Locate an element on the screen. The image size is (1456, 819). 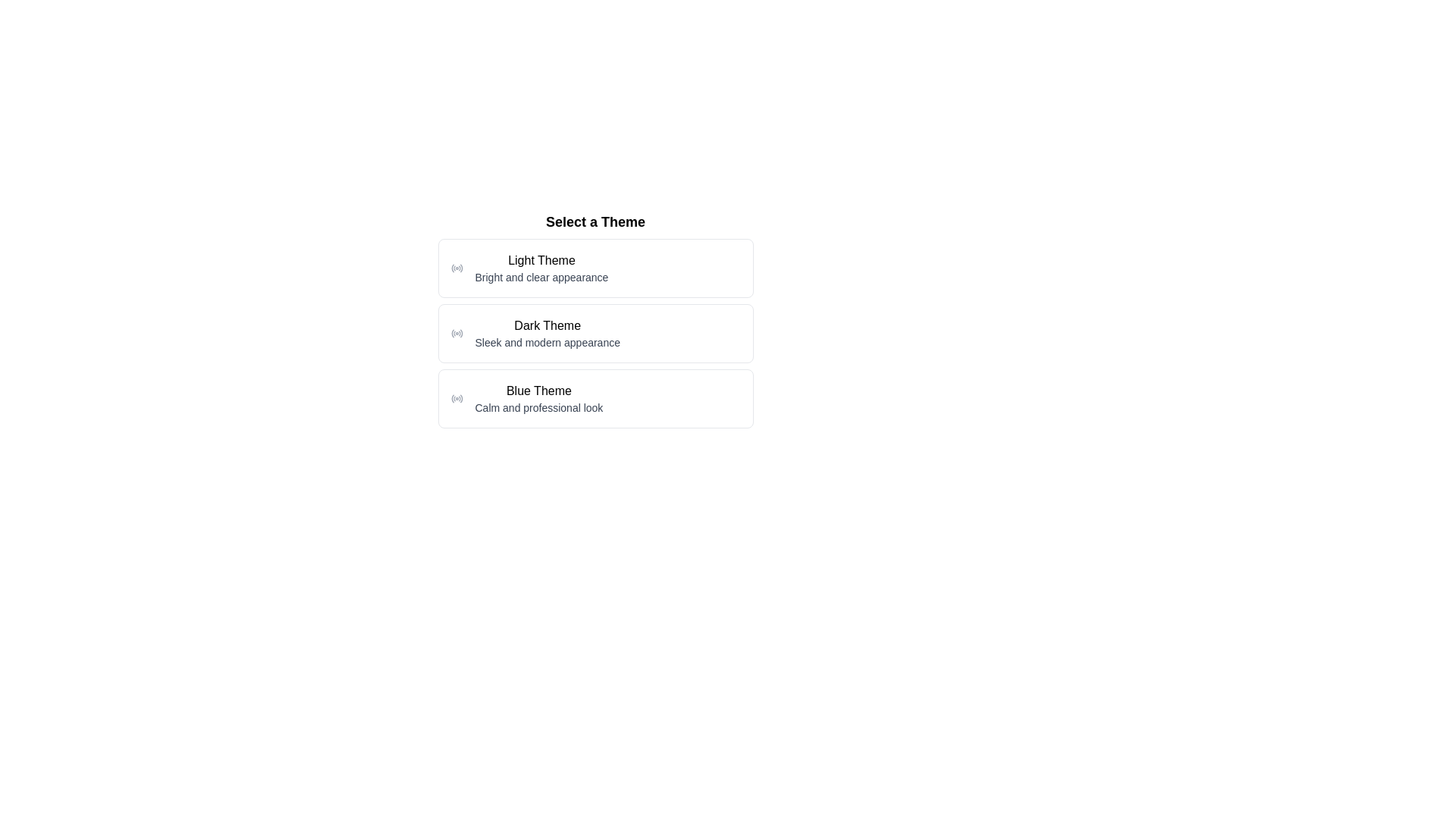
the radio button for the 'Light Theme' option in the thematic preference picker is located at coordinates (456, 268).